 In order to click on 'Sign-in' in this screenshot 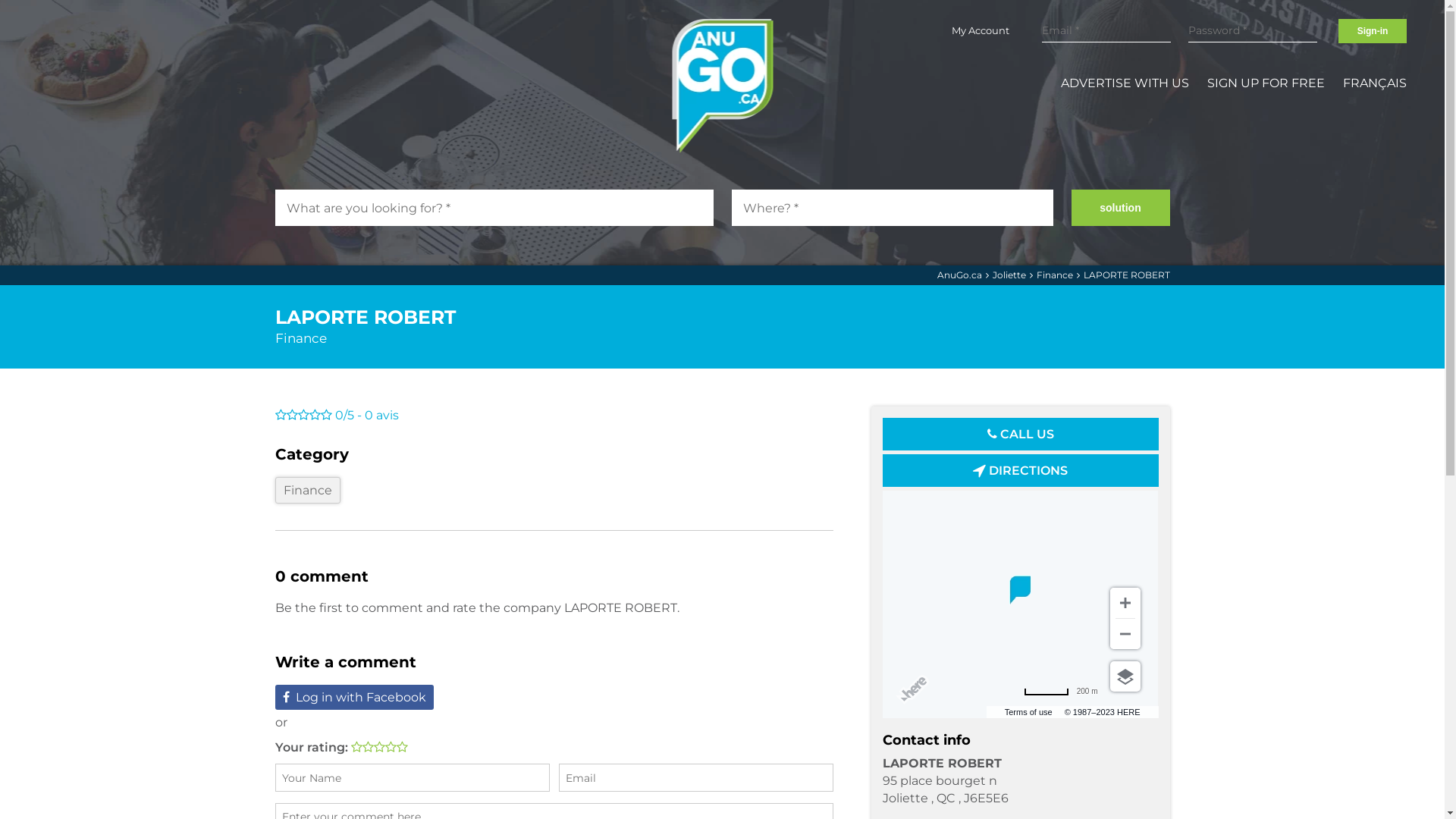, I will do `click(1372, 31)`.